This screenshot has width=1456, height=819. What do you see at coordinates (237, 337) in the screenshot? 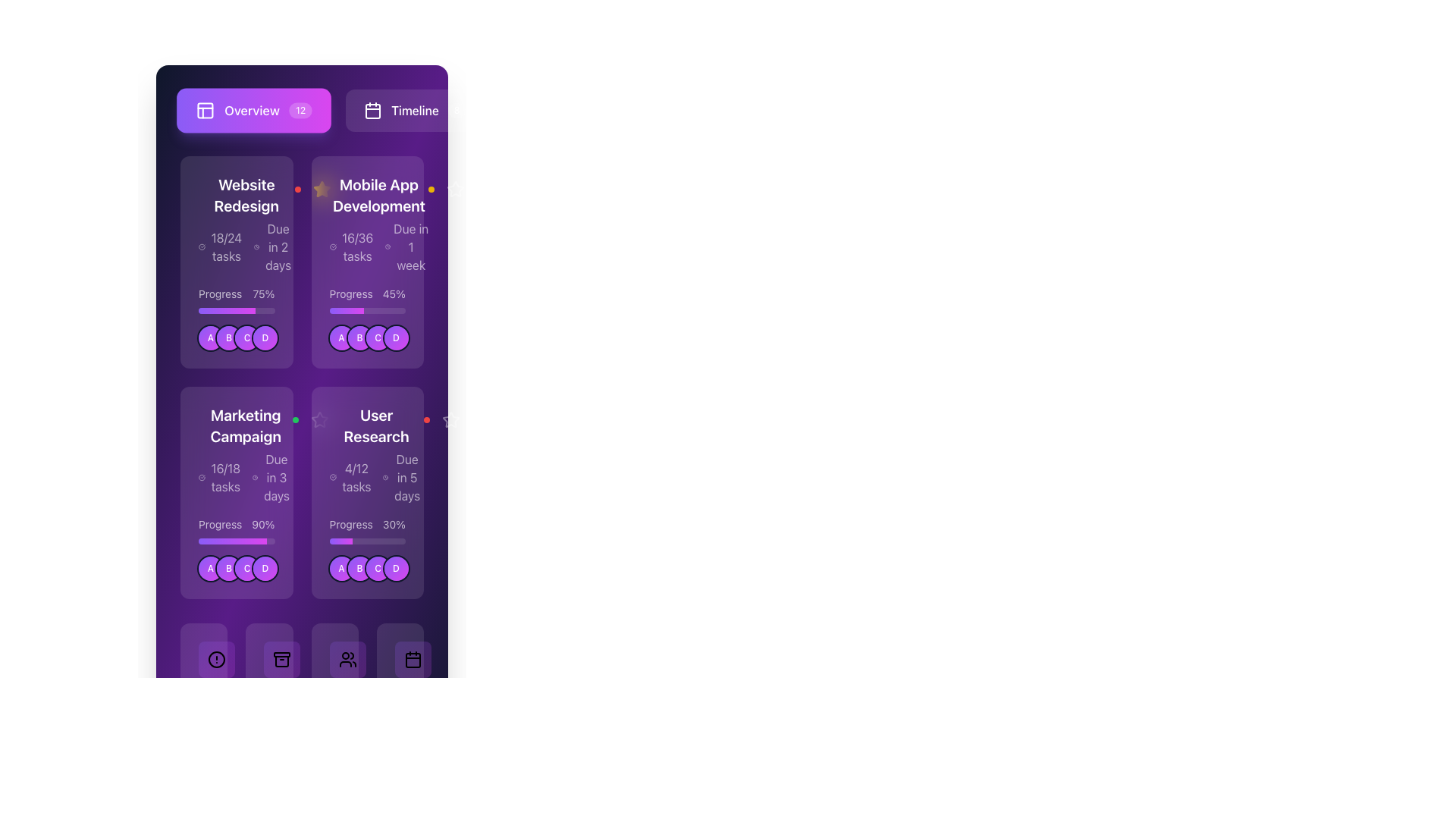
I see `the displayed content of the circular badges with text labels located in the first card of the second row, below the progress bar` at bounding box center [237, 337].